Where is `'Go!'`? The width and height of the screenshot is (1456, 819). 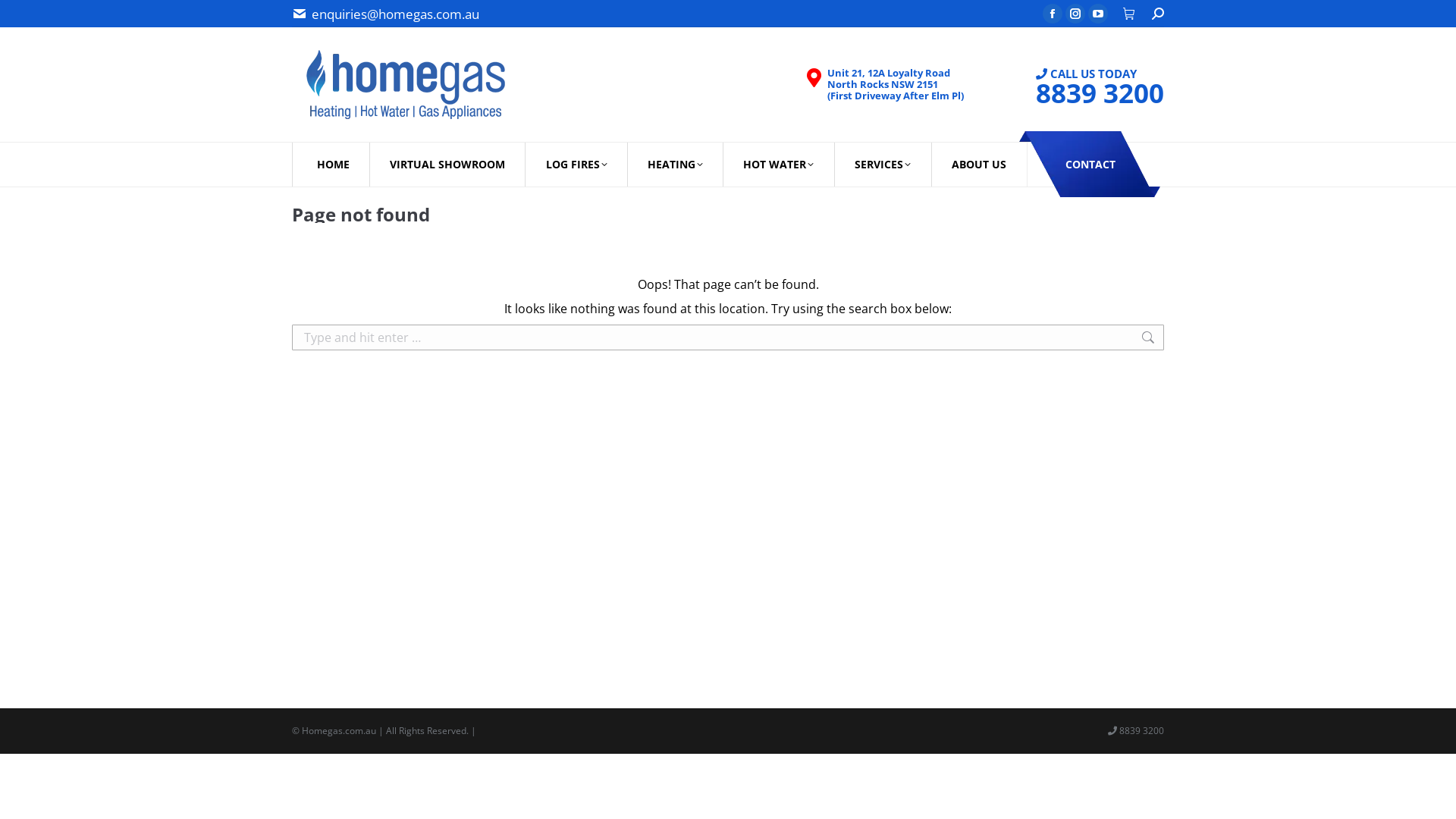 'Go!' is located at coordinates (25, 19).